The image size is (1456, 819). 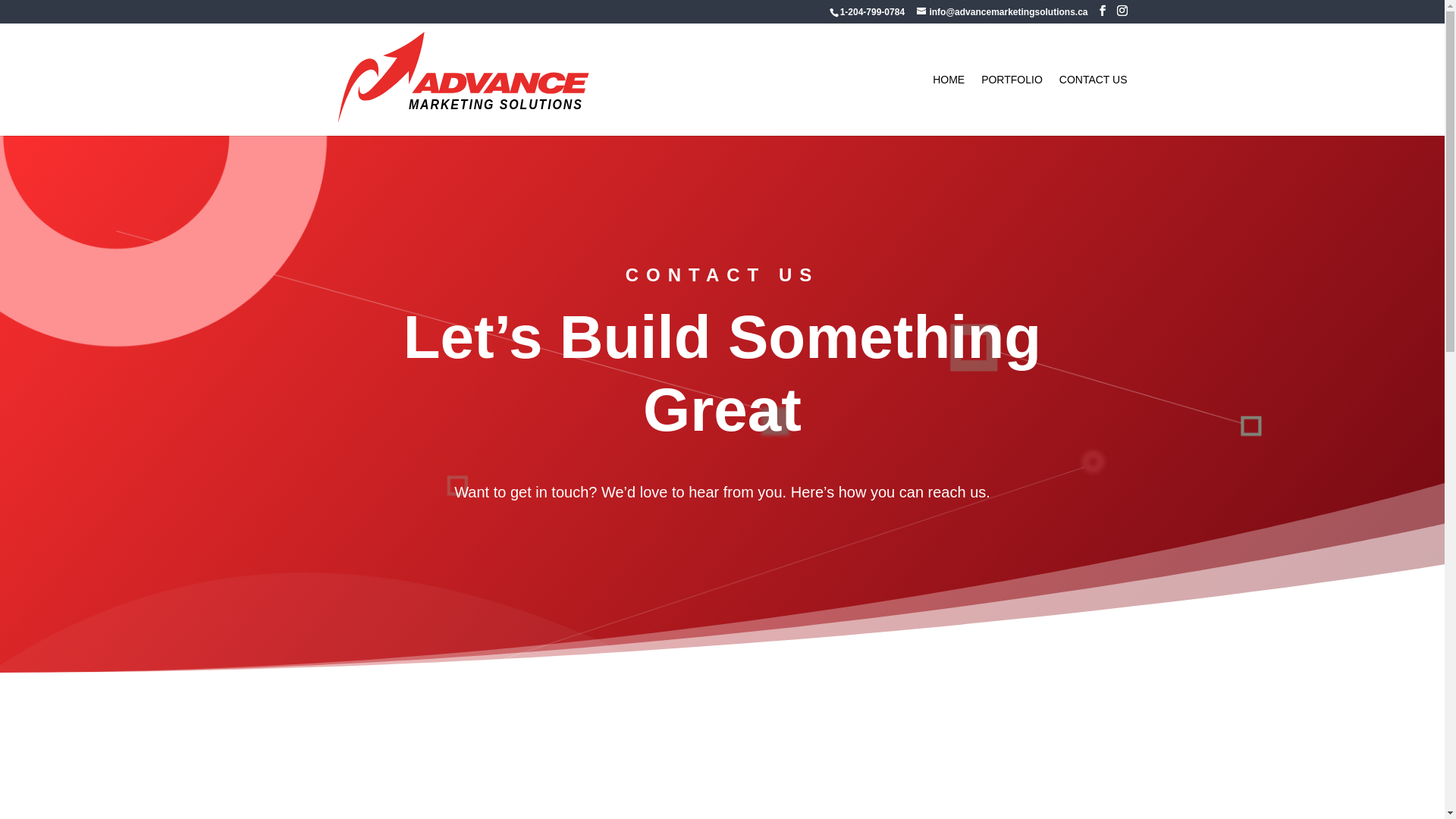 What do you see at coordinates (981, 104) in the screenshot?
I see `'PORTFOLIO'` at bounding box center [981, 104].